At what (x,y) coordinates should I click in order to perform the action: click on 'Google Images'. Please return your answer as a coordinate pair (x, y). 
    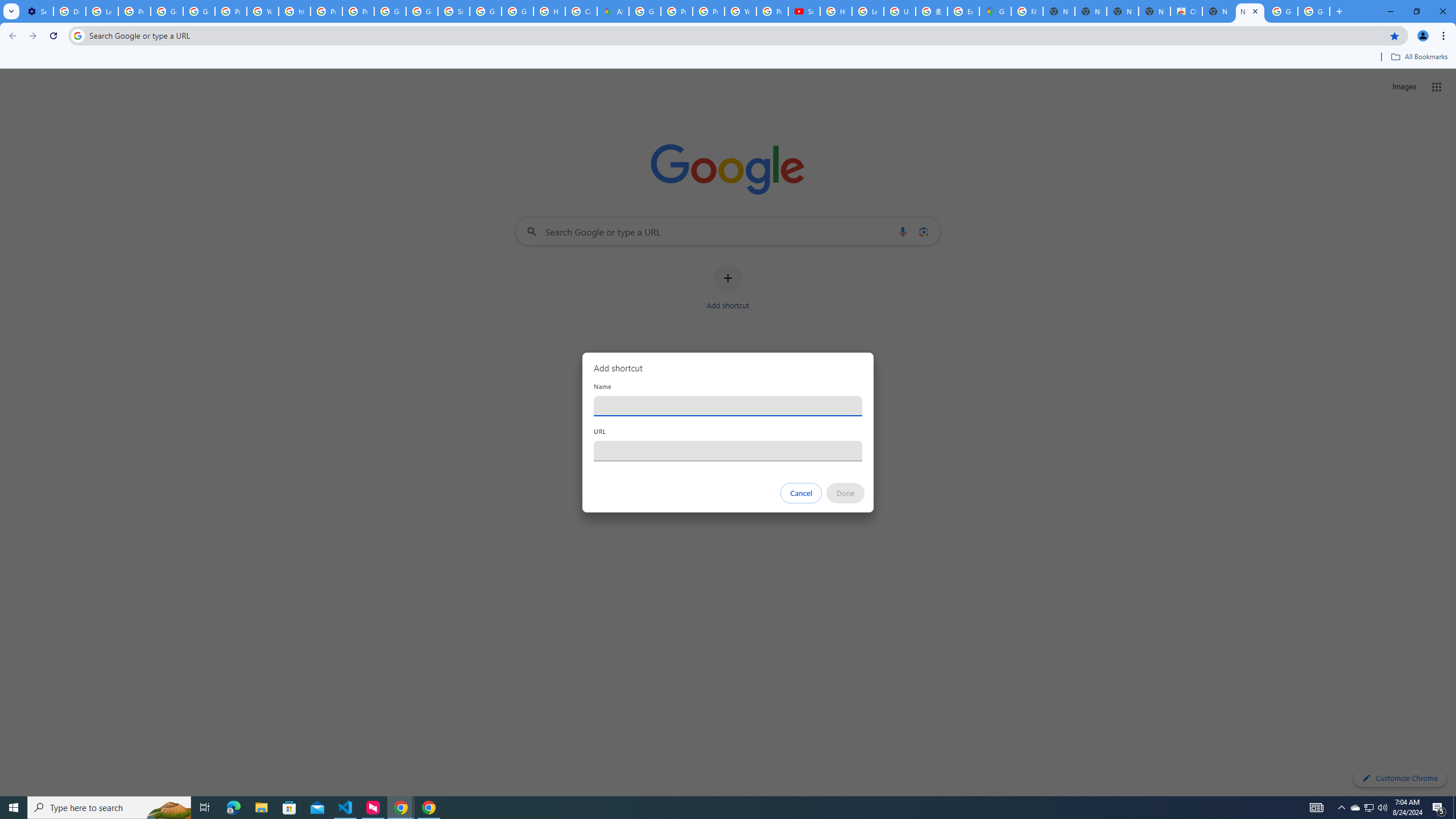
    Looking at the image, I should click on (1282, 11).